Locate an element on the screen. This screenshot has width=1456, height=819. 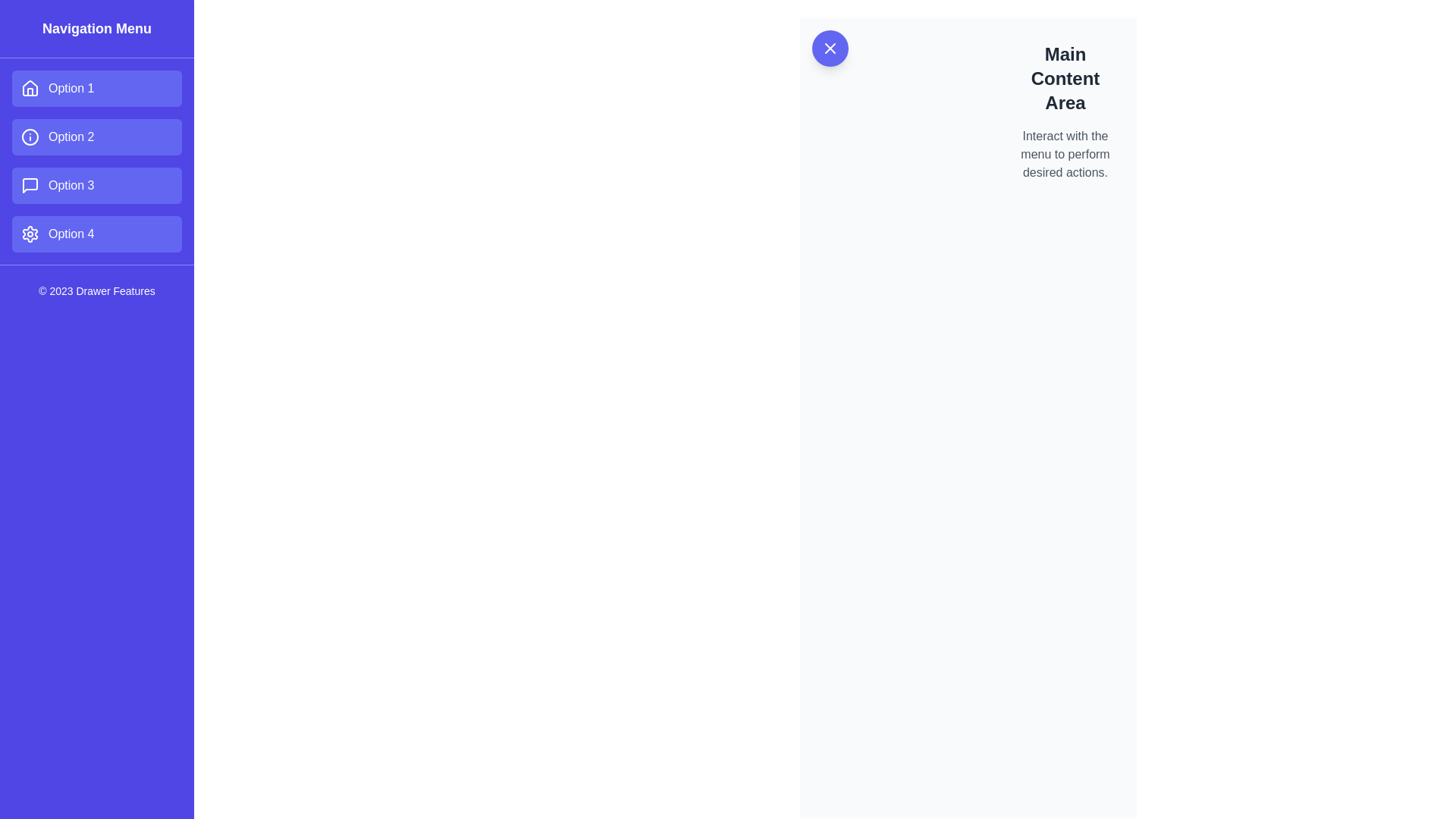
the house-shaped SVG icon inside the 'Option 1' button in the vertical navigation menu is located at coordinates (30, 88).